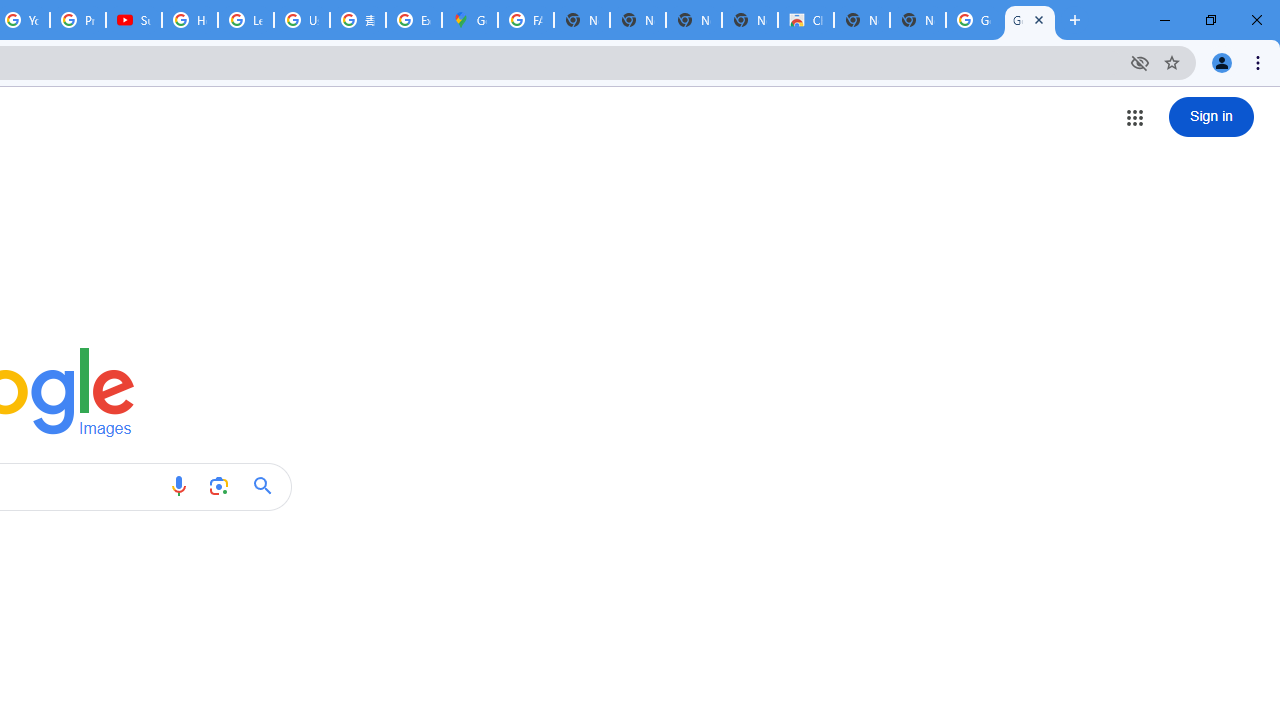 This screenshot has height=720, width=1280. What do you see at coordinates (190, 20) in the screenshot?
I see `'How Chrome protects your passwords - Google Chrome Help'` at bounding box center [190, 20].